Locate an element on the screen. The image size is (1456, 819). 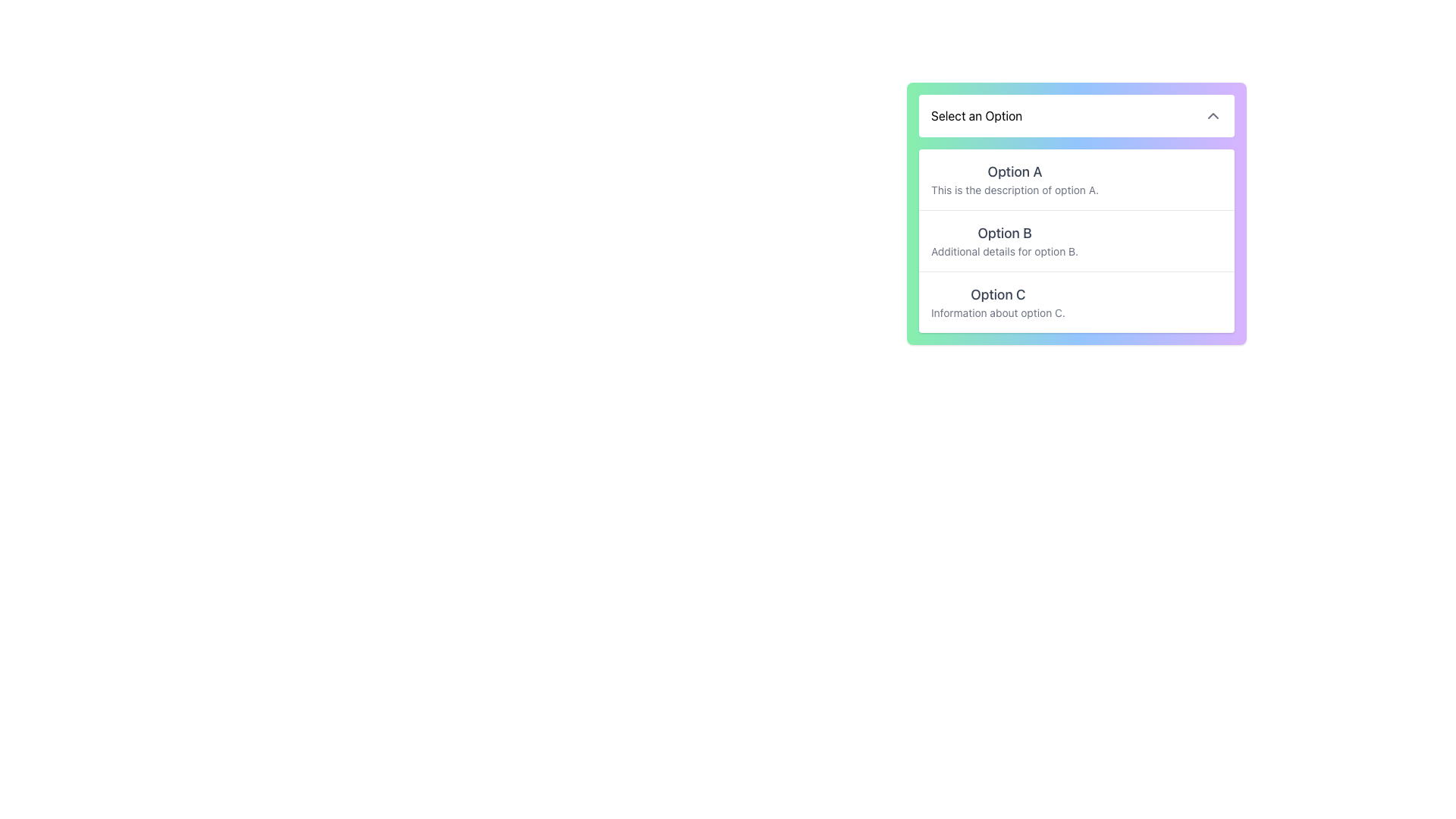
the second selectable option in the dropdown list is located at coordinates (1076, 259).